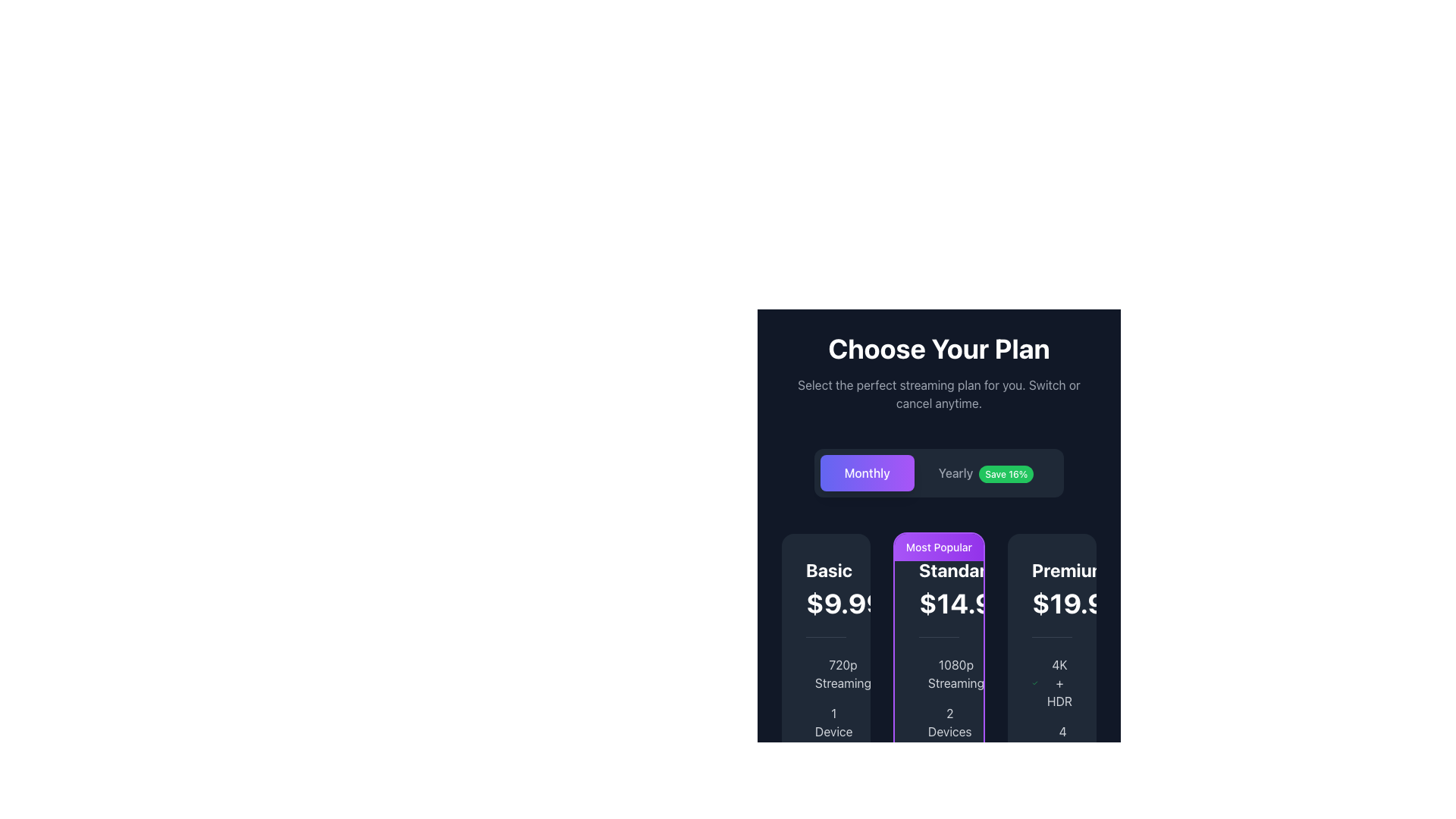  What do you see at coordinates (938, 547) in the screenshot?
I see `the label indicating the most popular choice in the 'Standard' pricing card in the 'Choose Your Plan' section` at bounding box center [938, 547].